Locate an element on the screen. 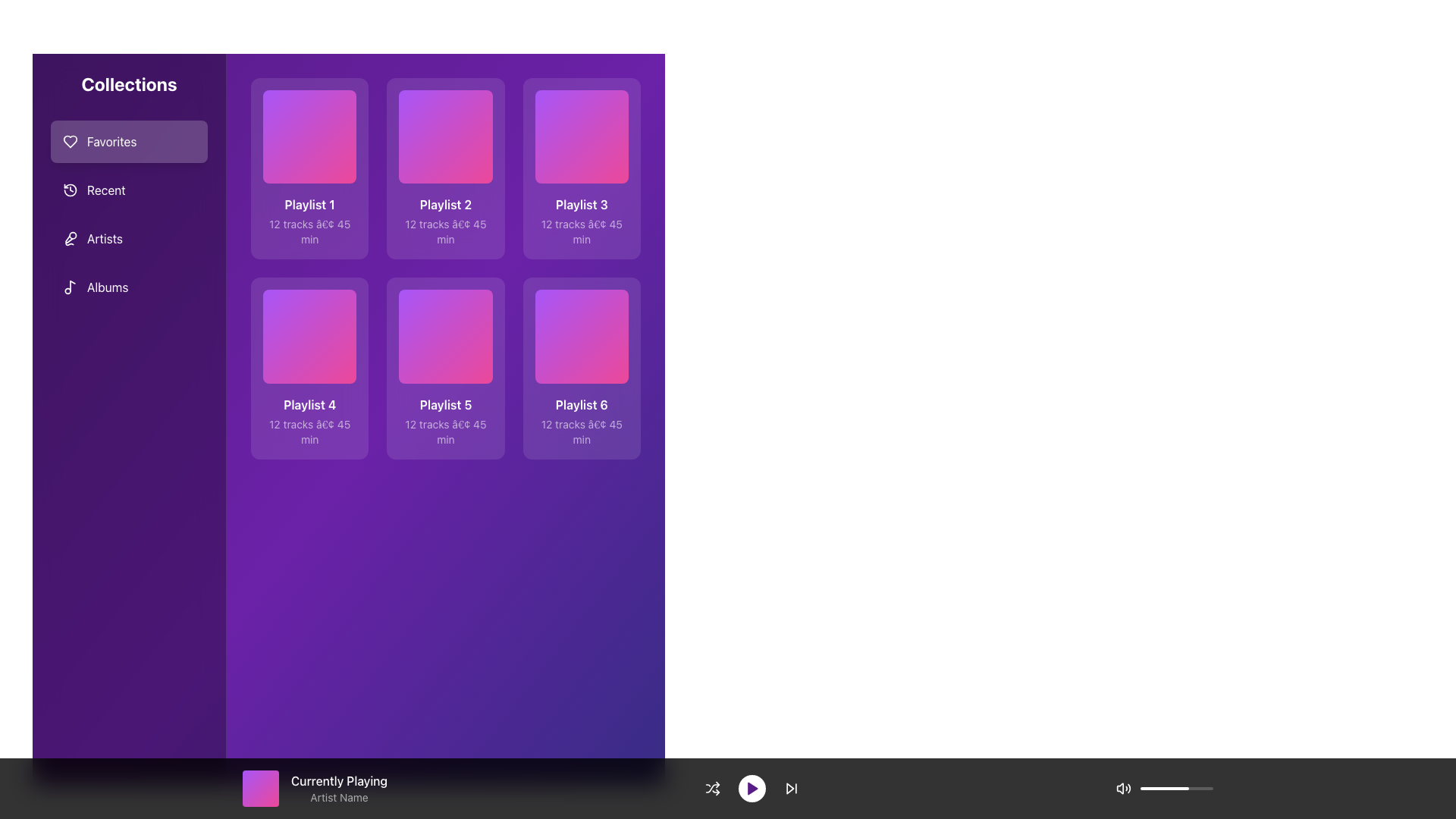 Image resolution: width=1456 pixels, height=819 pixels. the 'Recent' navigation button located in the sidebar under the 'Collections' title to observe the hover effect is located at coordinates (129, 189).